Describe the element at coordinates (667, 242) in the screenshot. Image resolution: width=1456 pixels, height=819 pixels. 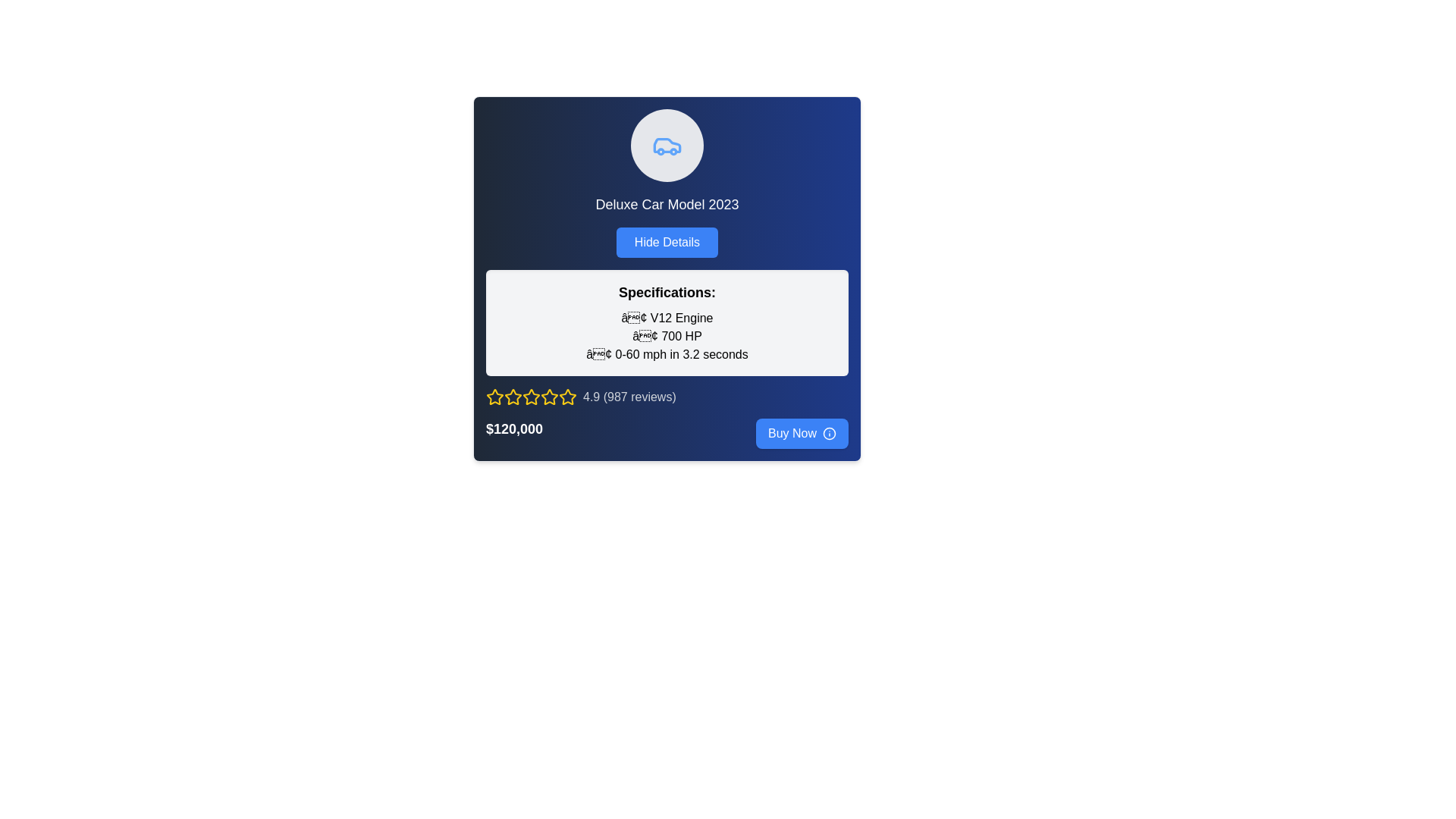
I see `the rectangular button with a blue background and white text reading 'Hide Details' located below the text 'Deluxe Car Model 2023'` at that location.